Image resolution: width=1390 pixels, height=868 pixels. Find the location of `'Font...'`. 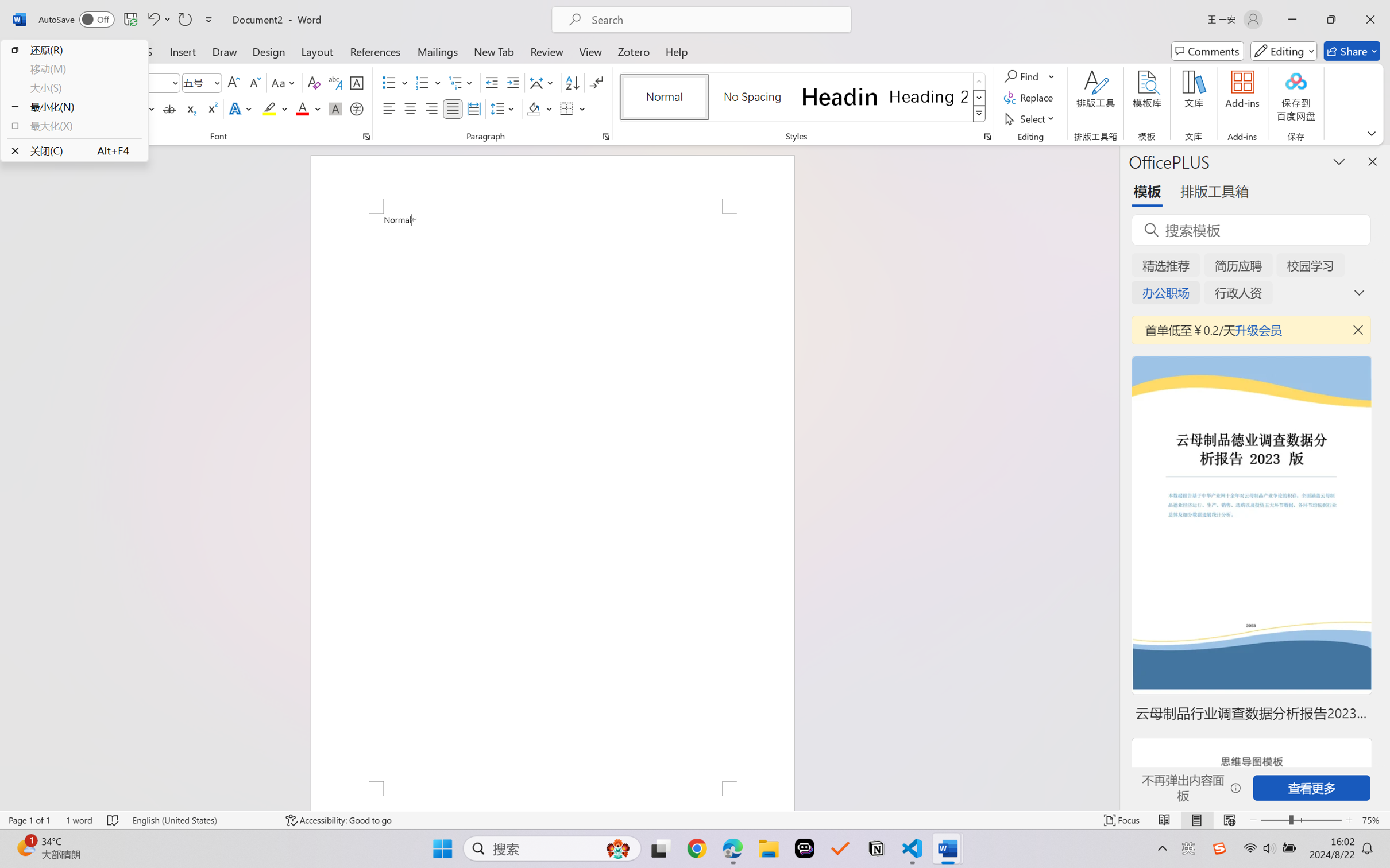

'Font...' is located at coordinates (366, 136).